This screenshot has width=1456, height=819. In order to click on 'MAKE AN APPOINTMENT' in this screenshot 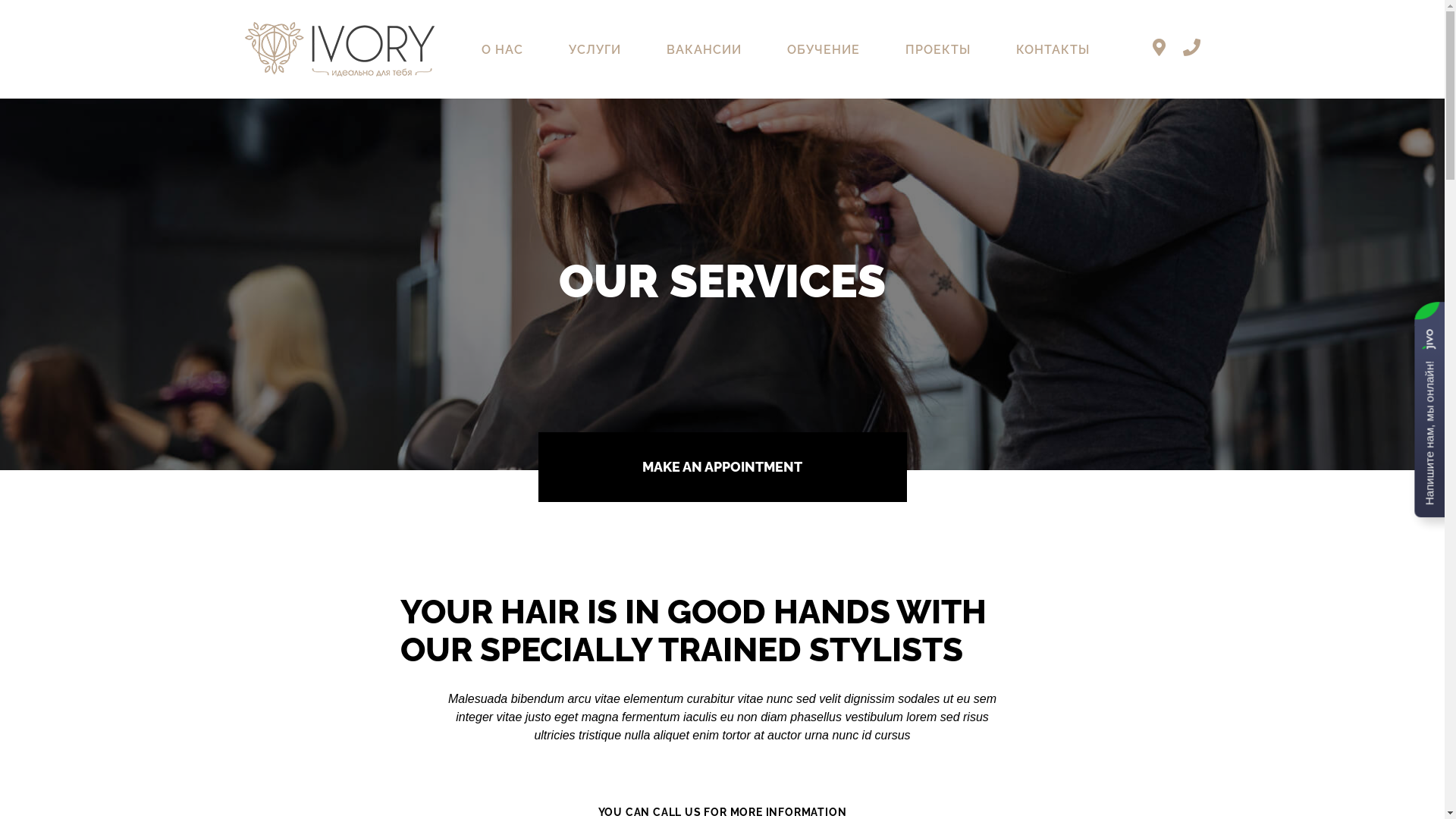, I will do `click(722, 466)`.